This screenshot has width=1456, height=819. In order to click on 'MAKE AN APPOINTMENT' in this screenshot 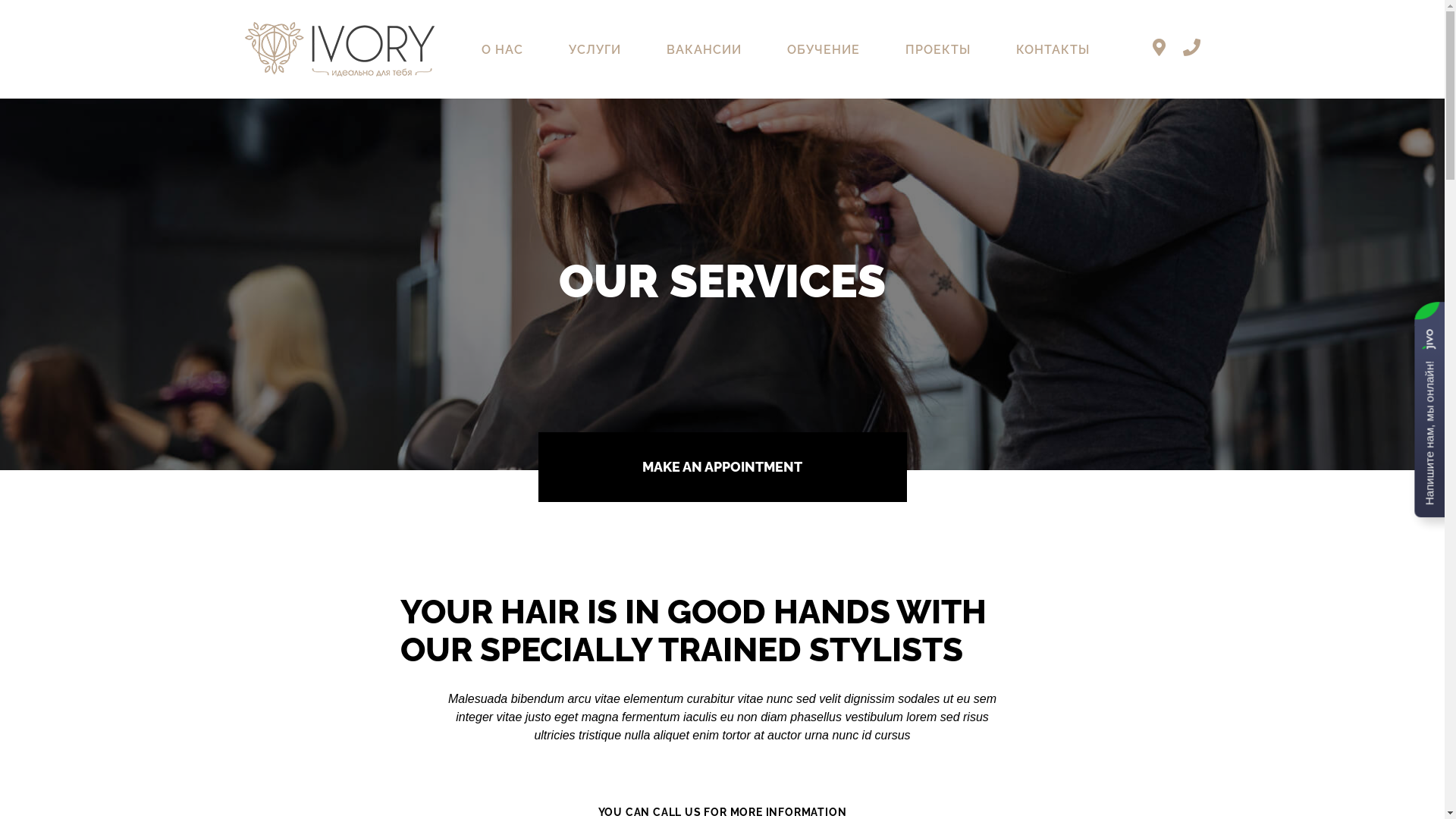, I will do `click(722, 466)`.